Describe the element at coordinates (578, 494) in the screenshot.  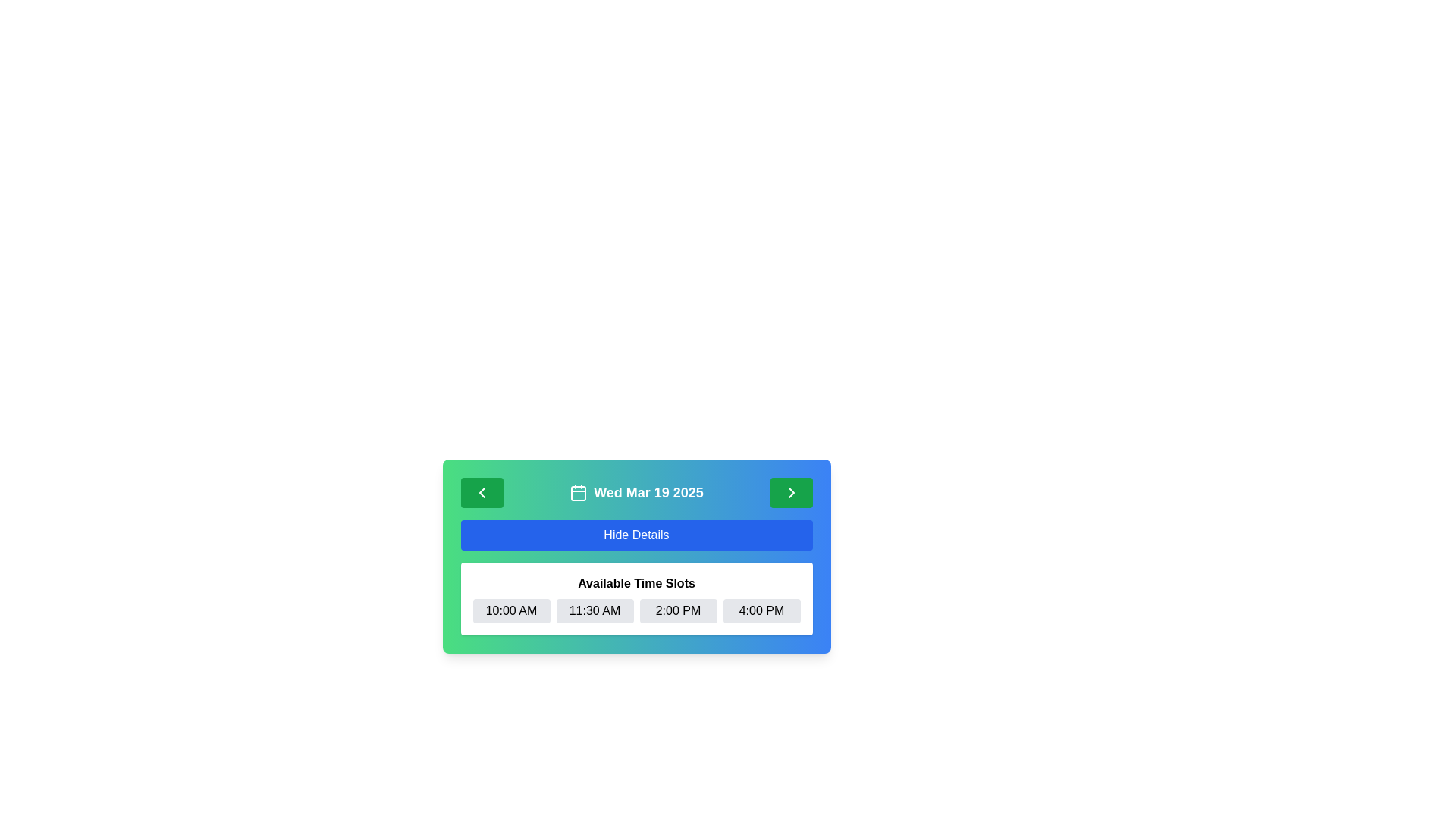
I see `the rectangular Icon component of the calendar located near the center top of the interface, between two arrow buttons` at that location.